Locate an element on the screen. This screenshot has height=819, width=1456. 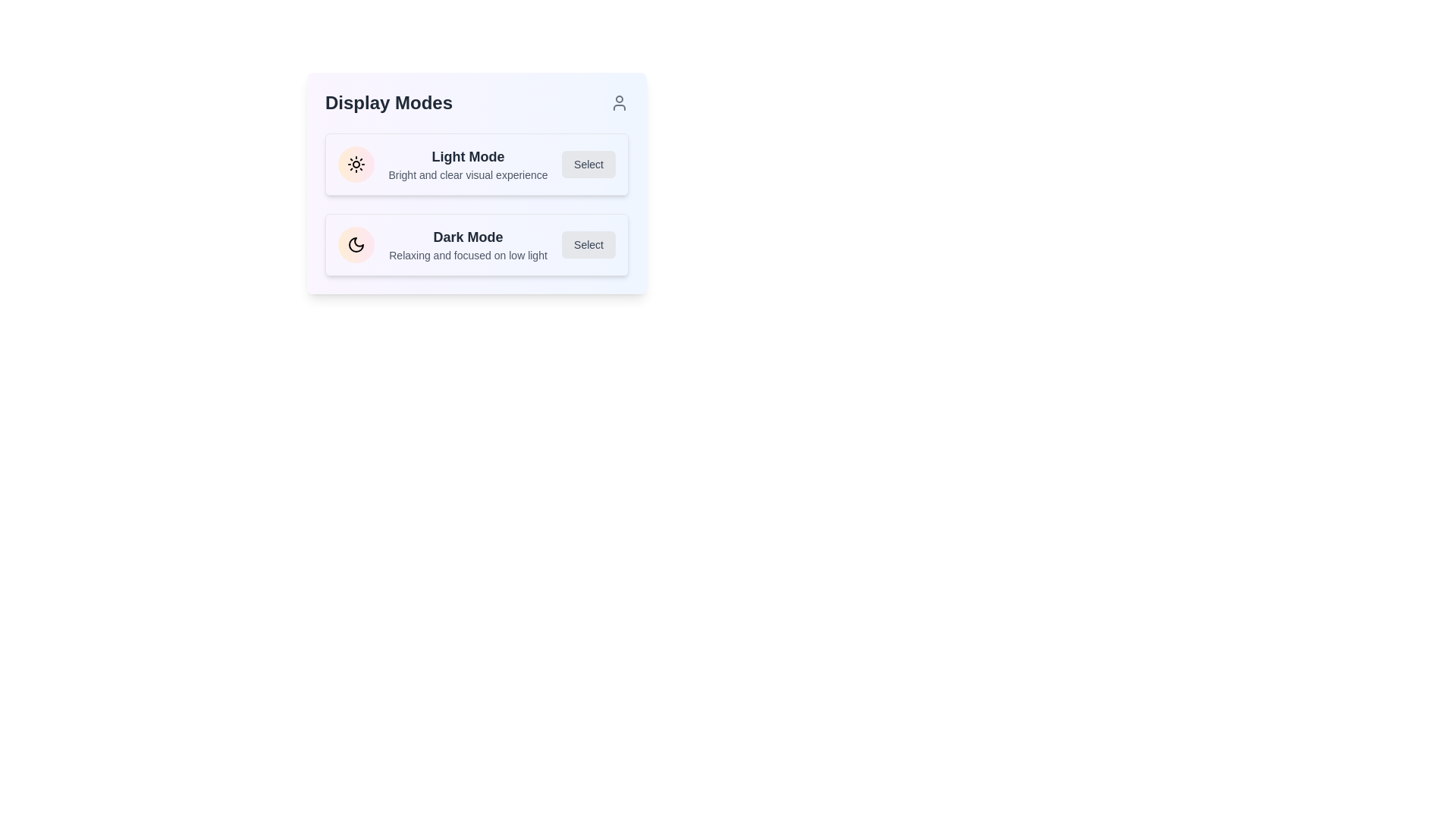
the 'Light Mode' icon located at the top-left of the 'Display Modes' modal to activate the display setting is located at coordinates (356, 164).